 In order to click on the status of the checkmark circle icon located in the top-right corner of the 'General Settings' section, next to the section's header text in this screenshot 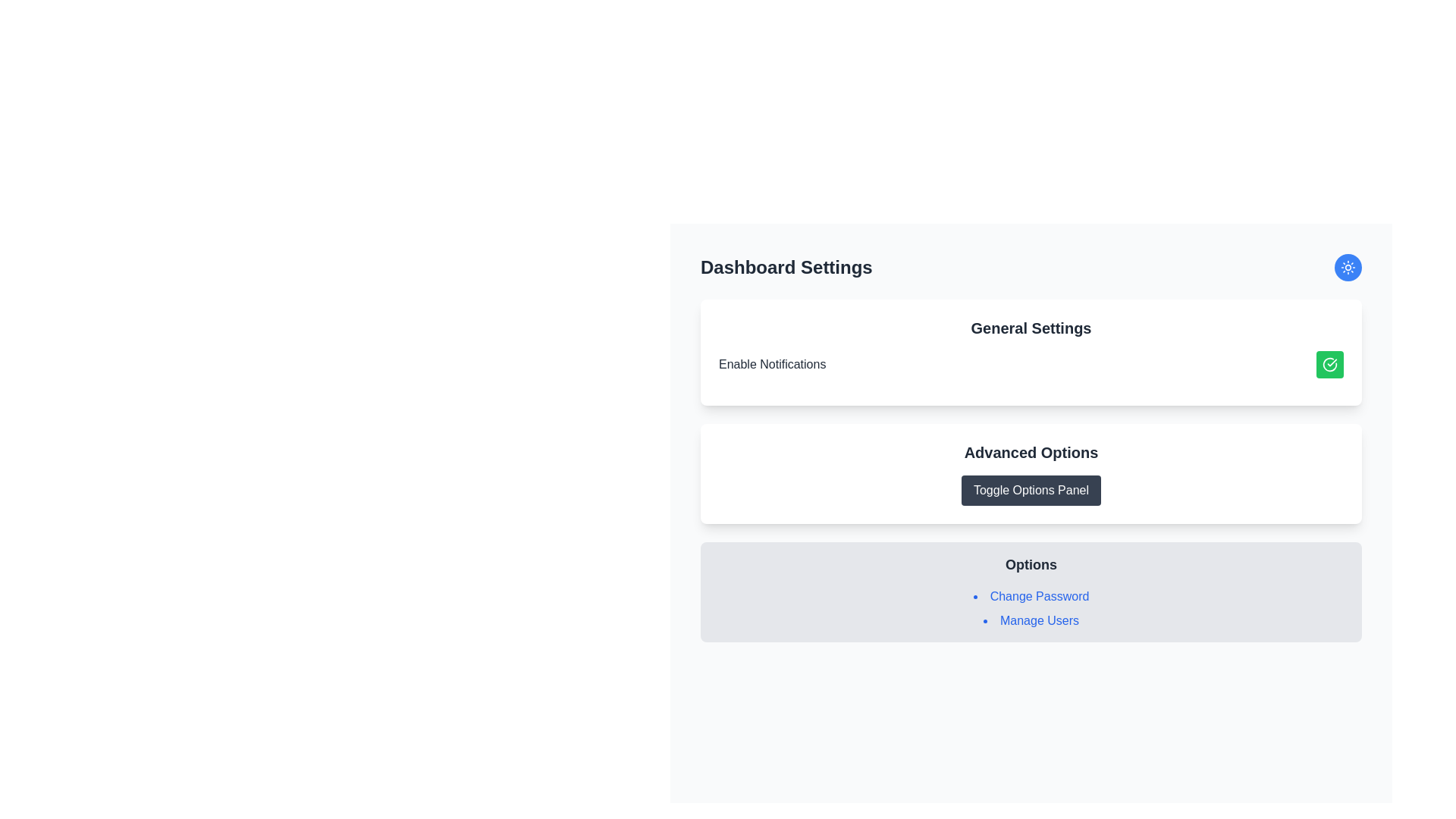, I will do `click(1329, 365)`.